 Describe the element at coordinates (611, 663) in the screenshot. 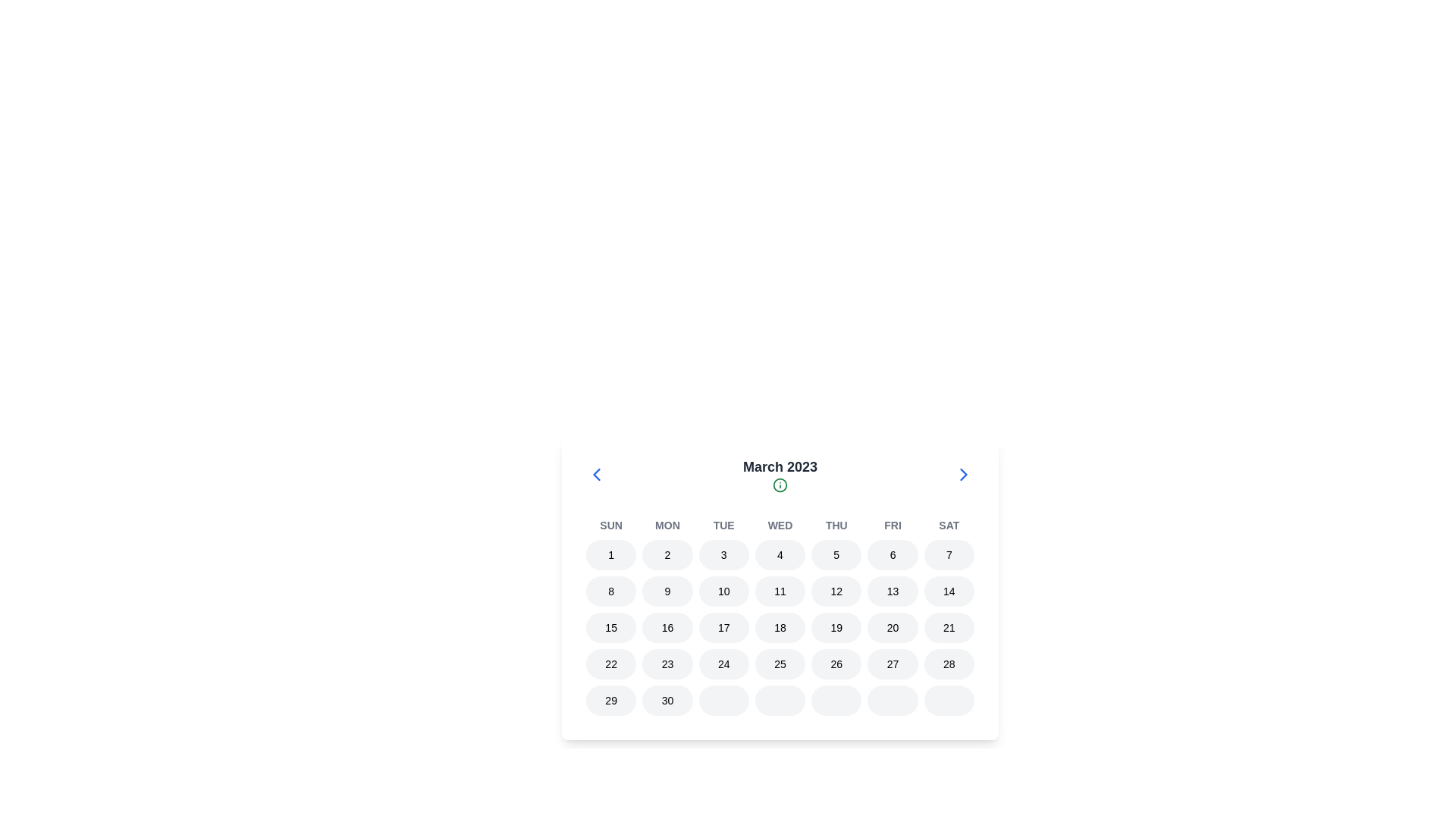

I see `the static display element representing the 22nd day of the month in the calendar layout, located at the far left end of the displayed week` at that location.